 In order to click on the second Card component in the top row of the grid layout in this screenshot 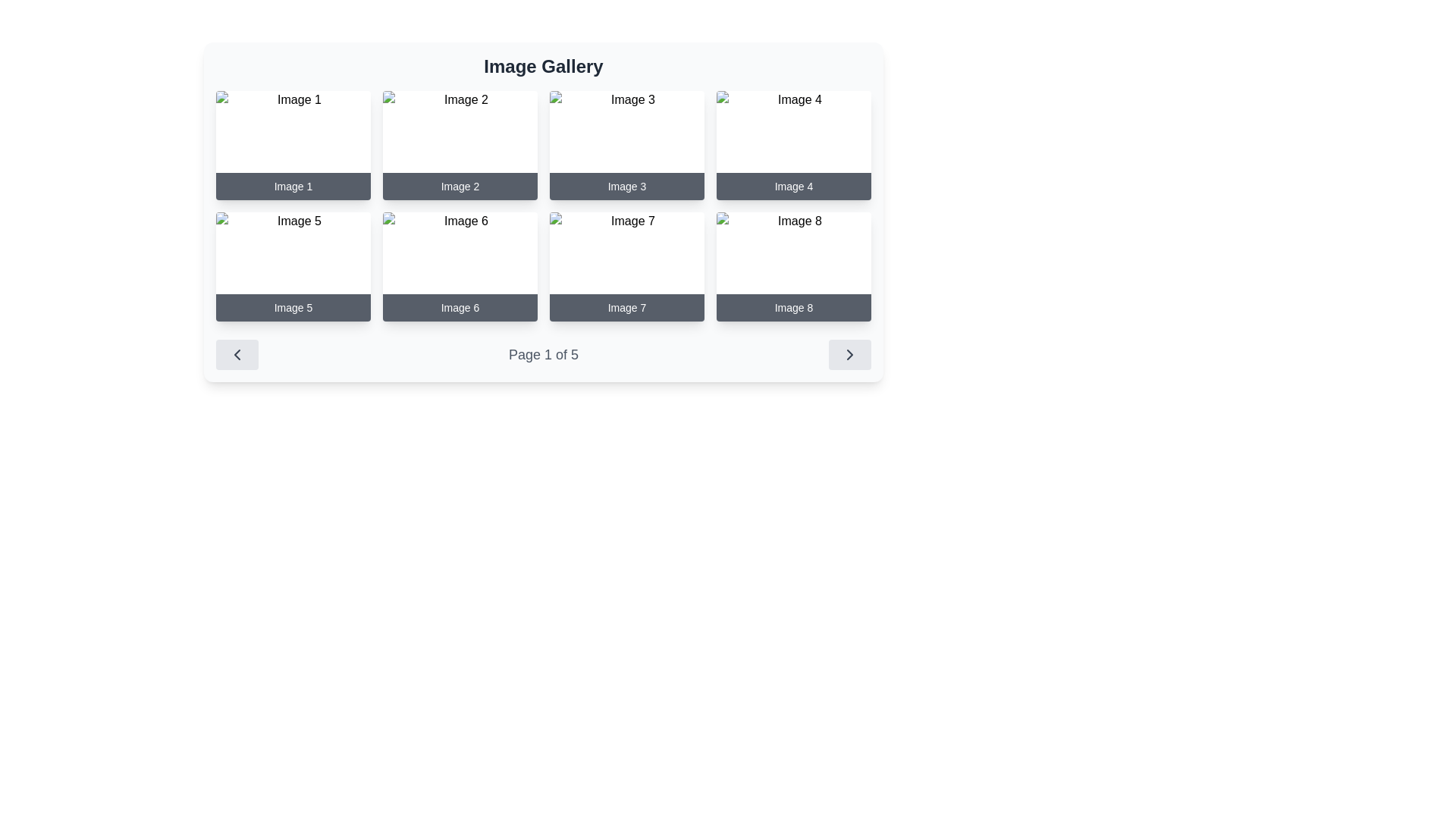, I will do `click(459, 146)`.